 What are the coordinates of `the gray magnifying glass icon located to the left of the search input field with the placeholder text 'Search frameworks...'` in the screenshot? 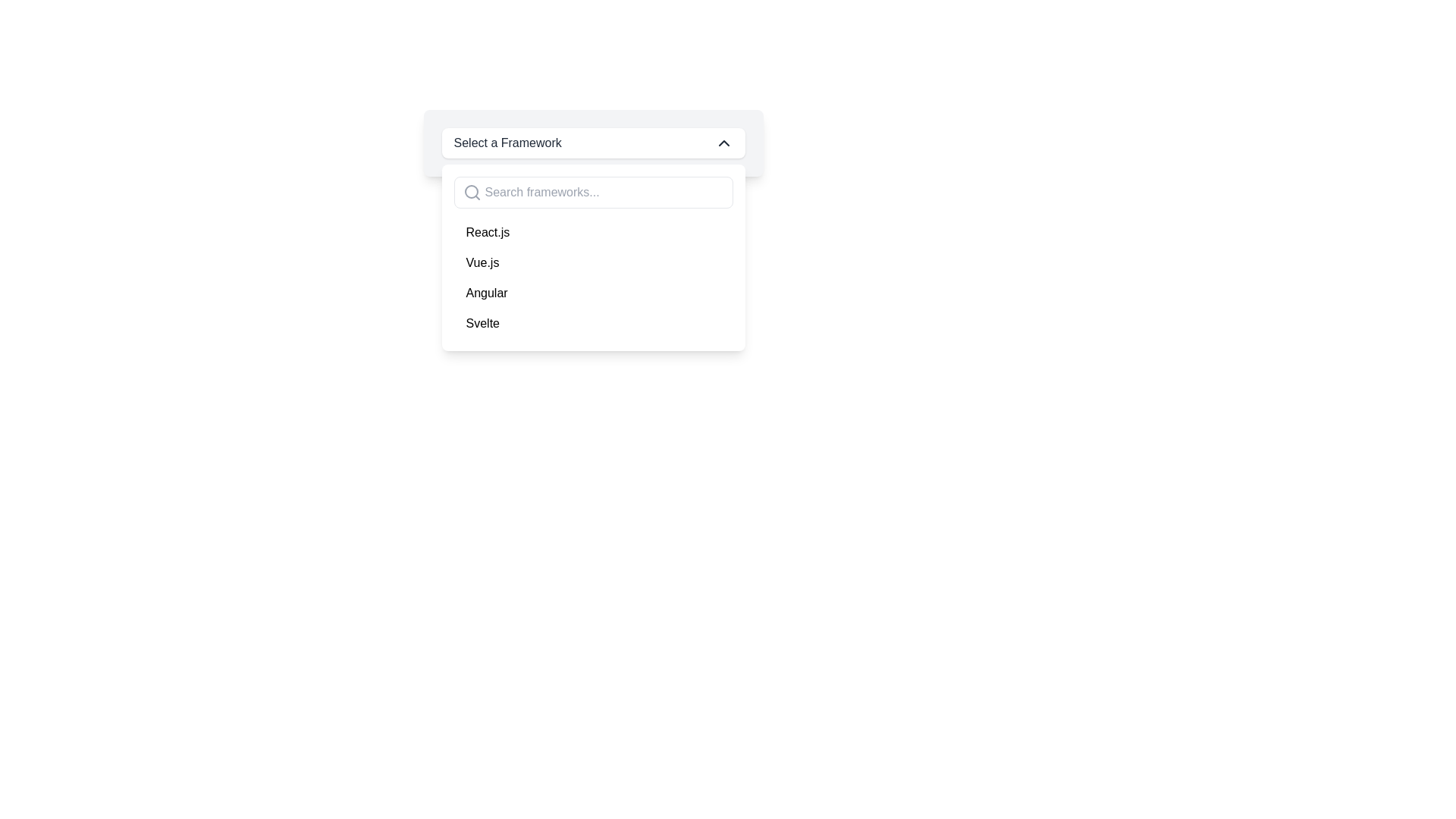 It's located at (471, 192).